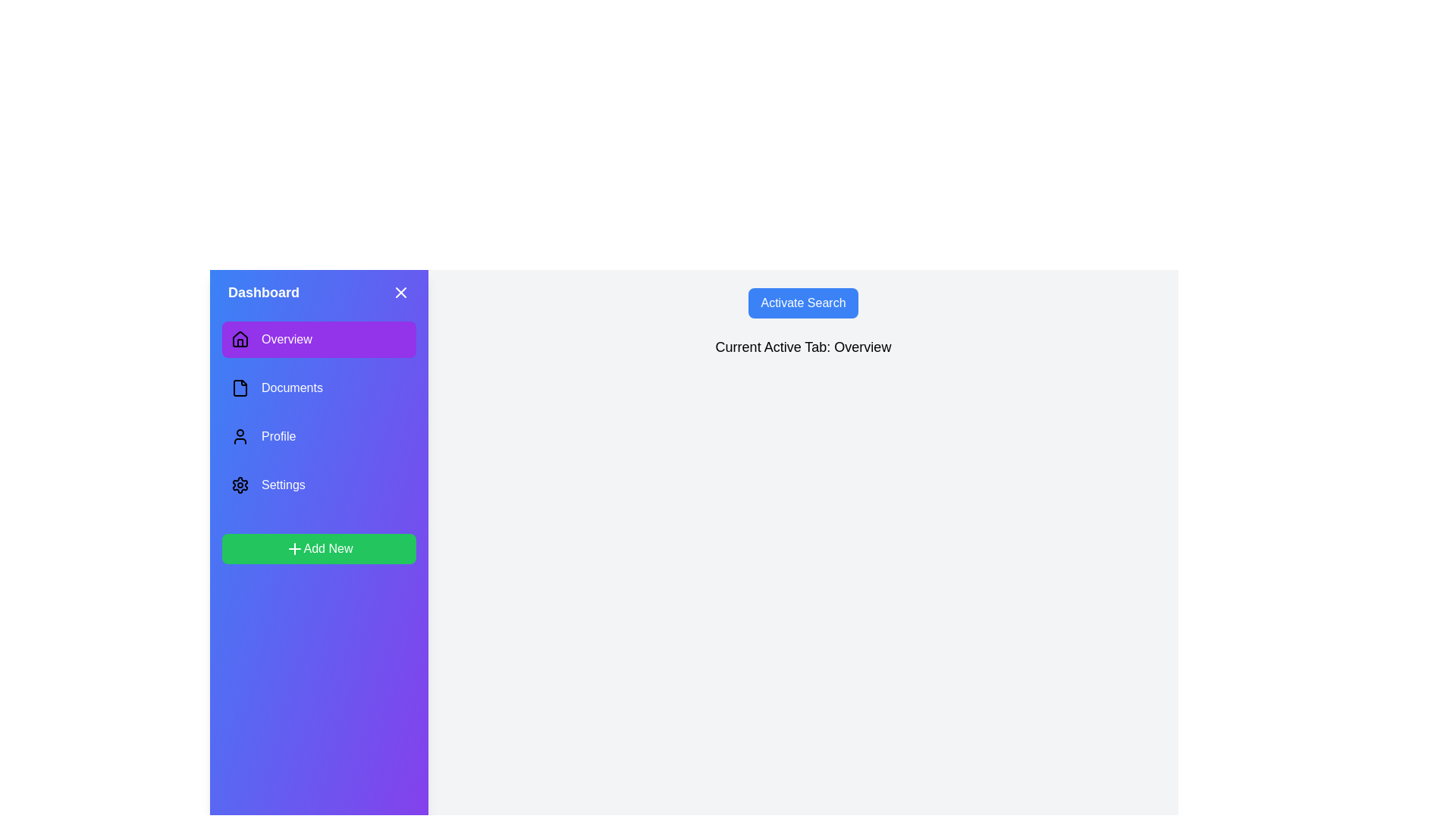 Image resolution: width=1456 pixels, height=819 pixels. I want to click on the user icon in the sidebar, which is outlined in black and represents a generic person silhouette, so click(239, 436).